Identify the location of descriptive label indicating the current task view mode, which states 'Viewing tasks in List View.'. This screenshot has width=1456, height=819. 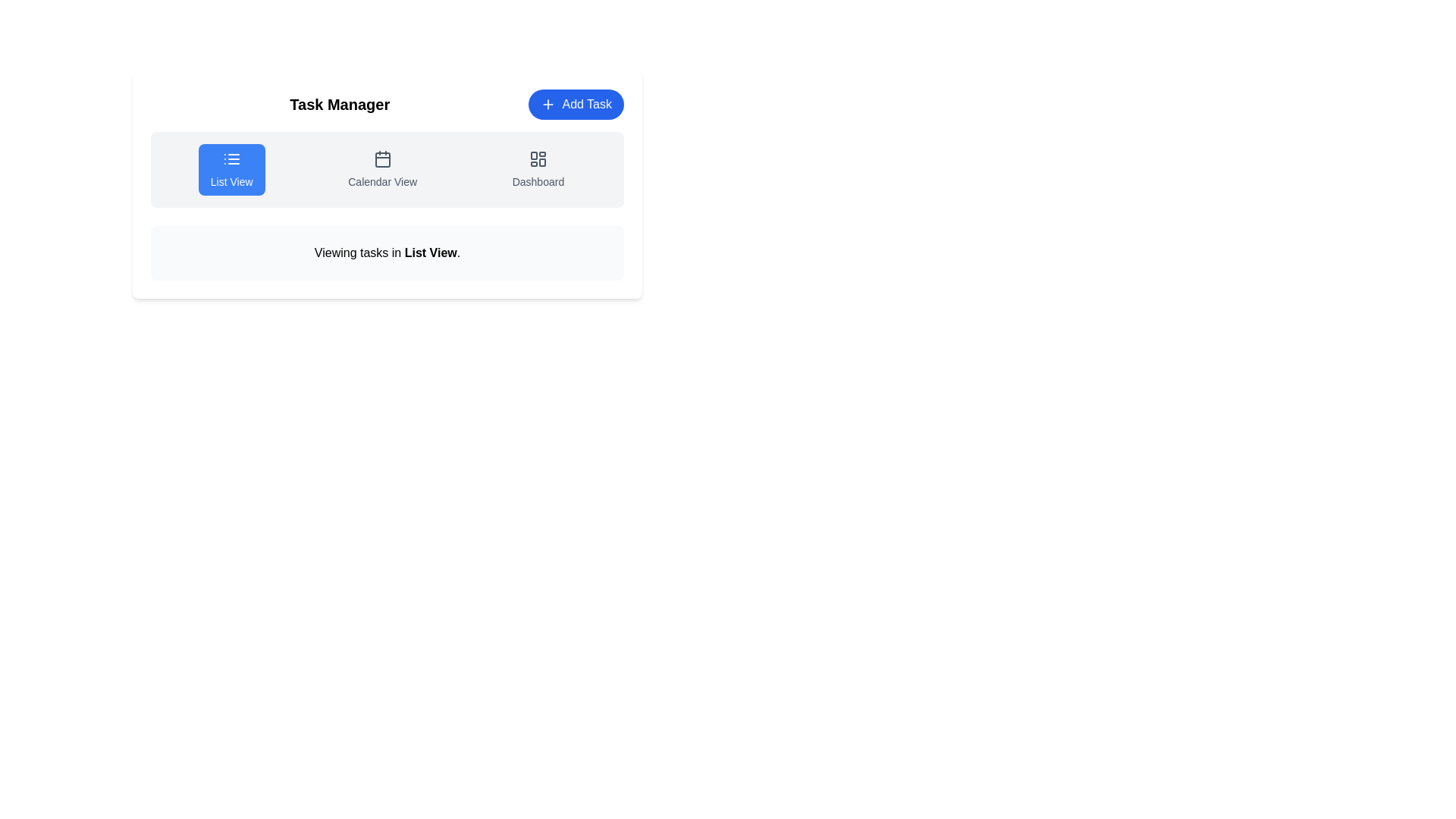
(430, 252).